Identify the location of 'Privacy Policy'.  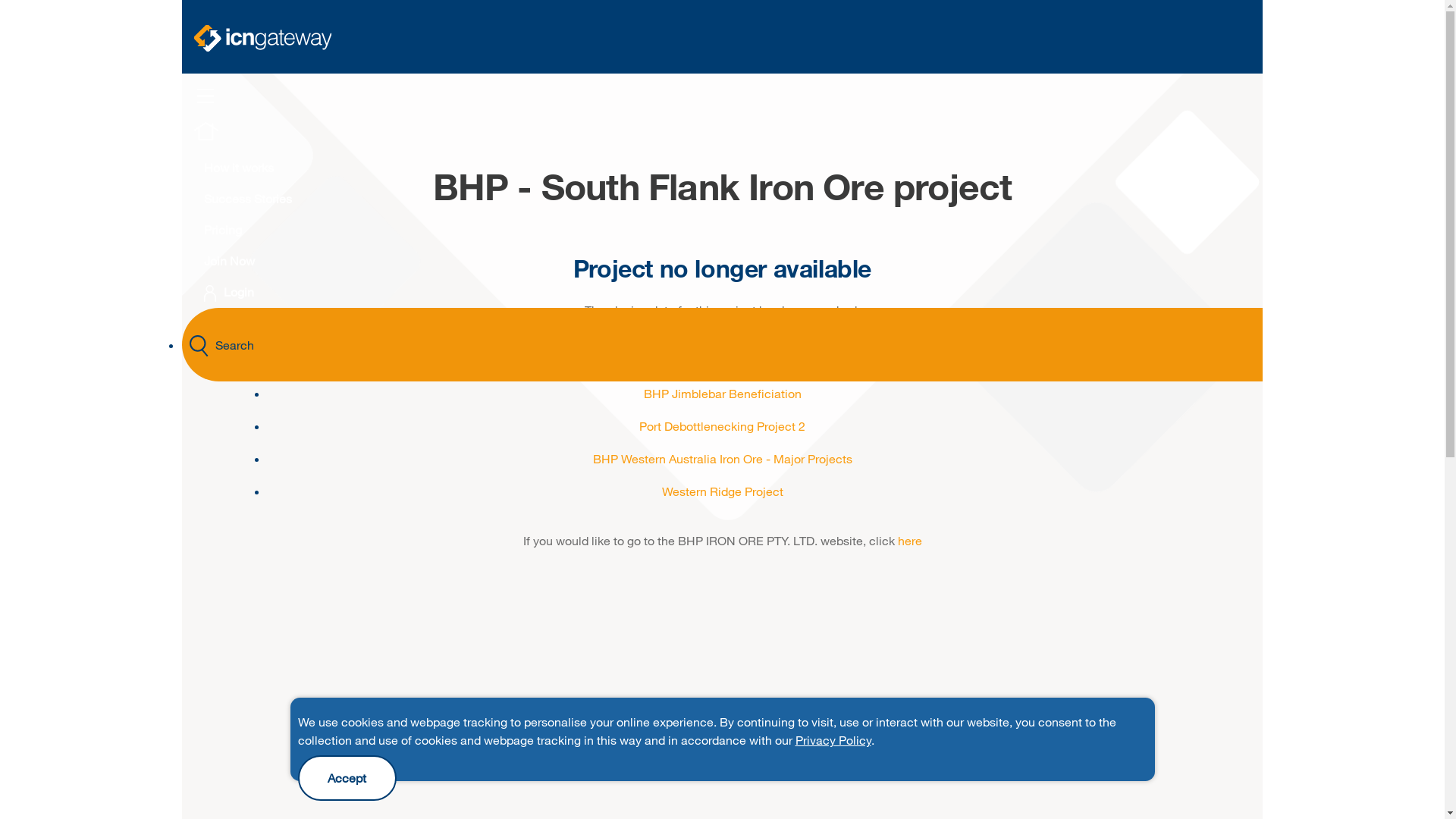
(832, 739).